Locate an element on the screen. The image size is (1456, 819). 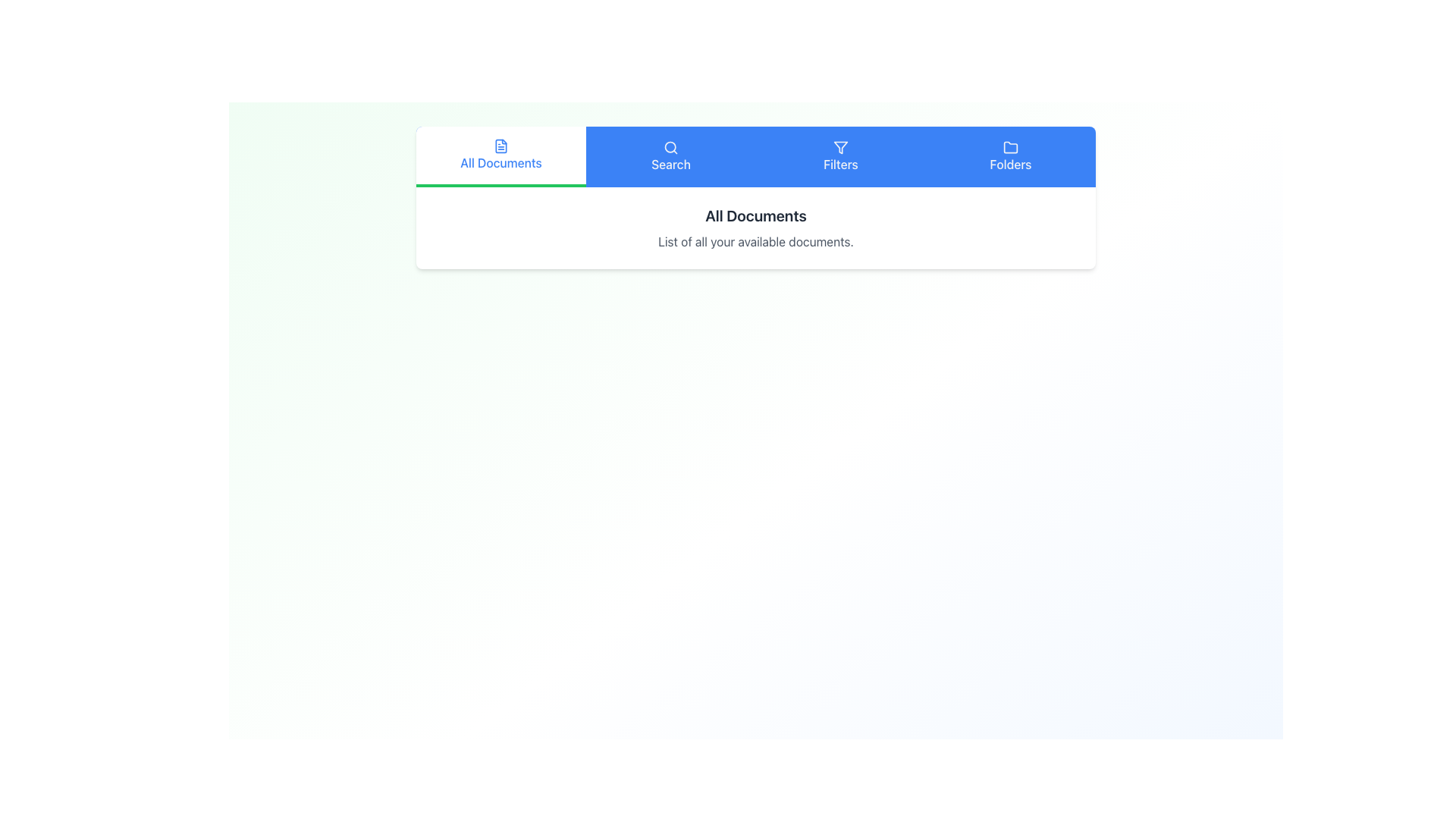
the 'All Documents' section using the icon located is located at coordinates (501, 146).